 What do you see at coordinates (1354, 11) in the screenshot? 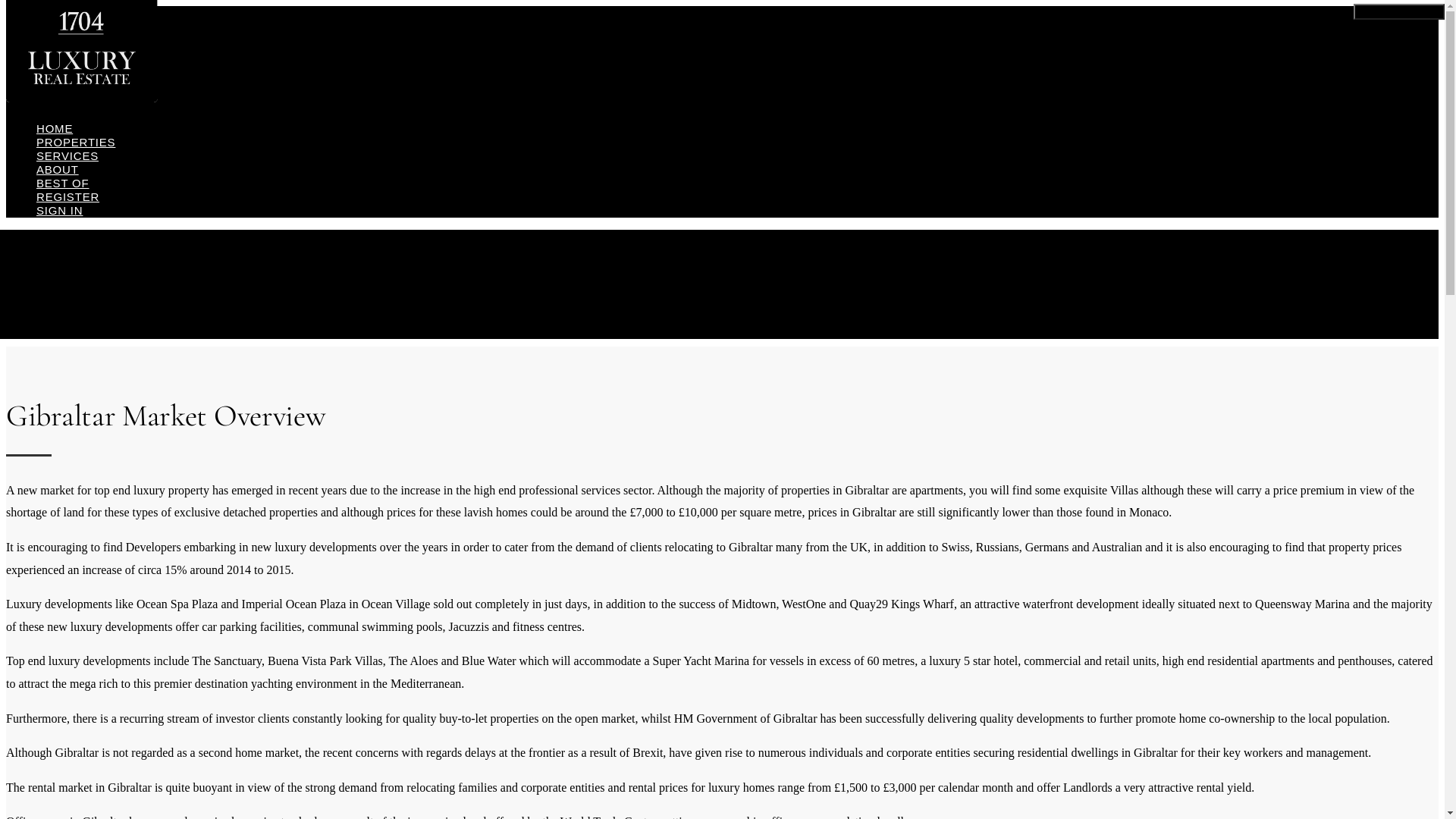
I see `'Toggle navigation'` at bounding box center [1354, 11].